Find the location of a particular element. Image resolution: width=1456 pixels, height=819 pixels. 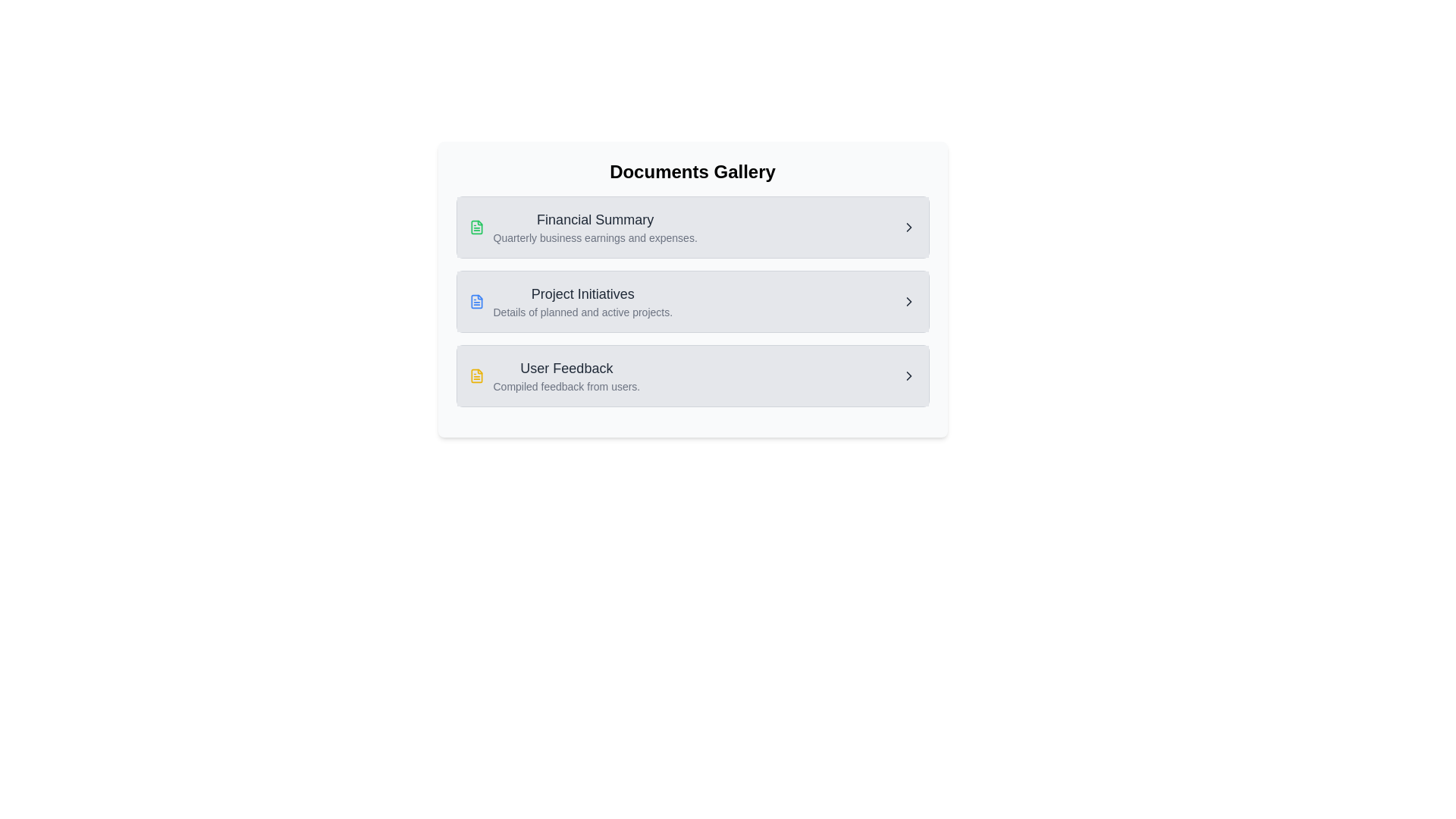

the small blue document icon located at the left of the 'Project Initiatives' section is located at coordinates (475, 301).